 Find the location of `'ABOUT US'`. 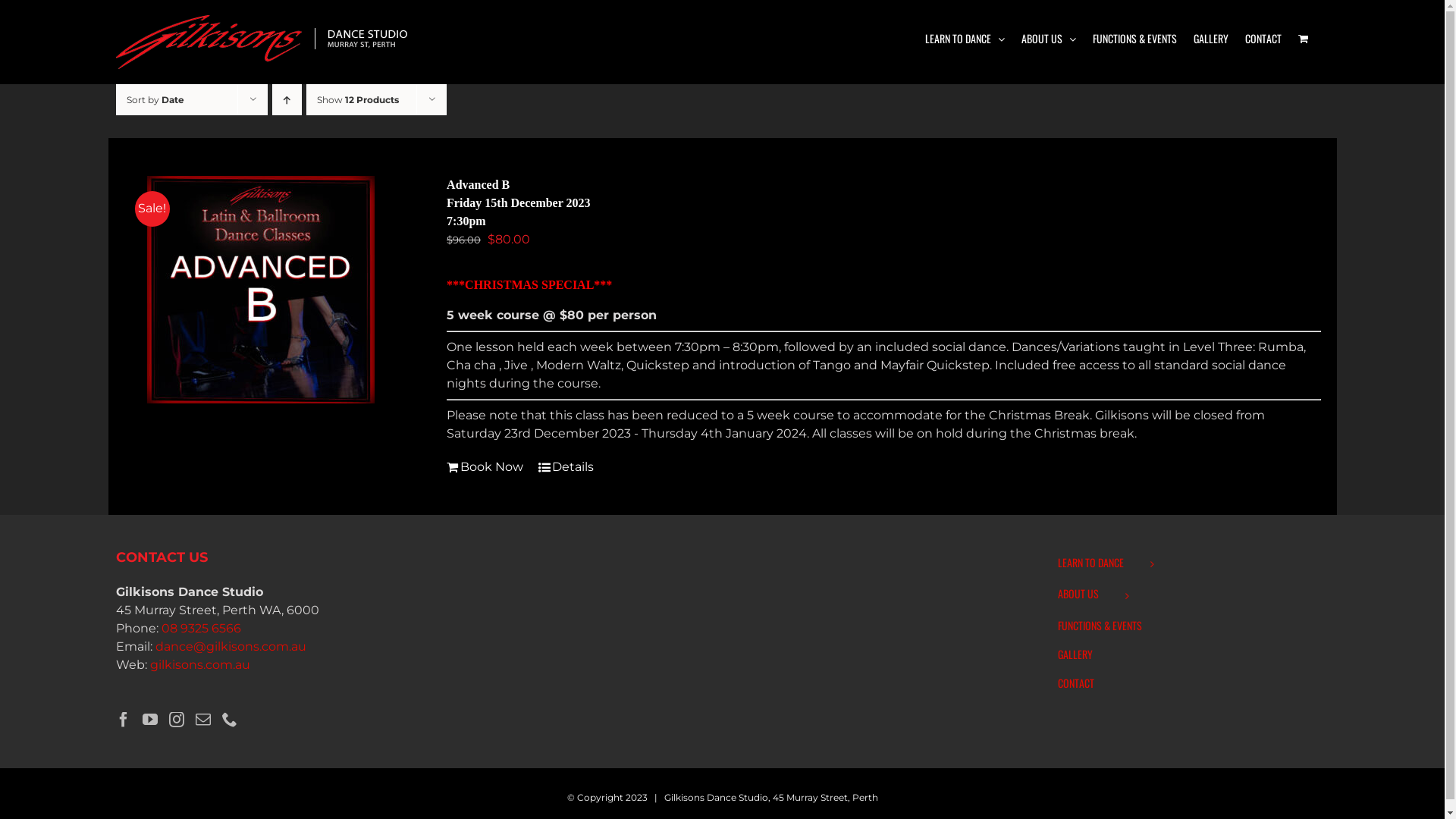

'ABOUT US' is located at coordinates (1020, 37).